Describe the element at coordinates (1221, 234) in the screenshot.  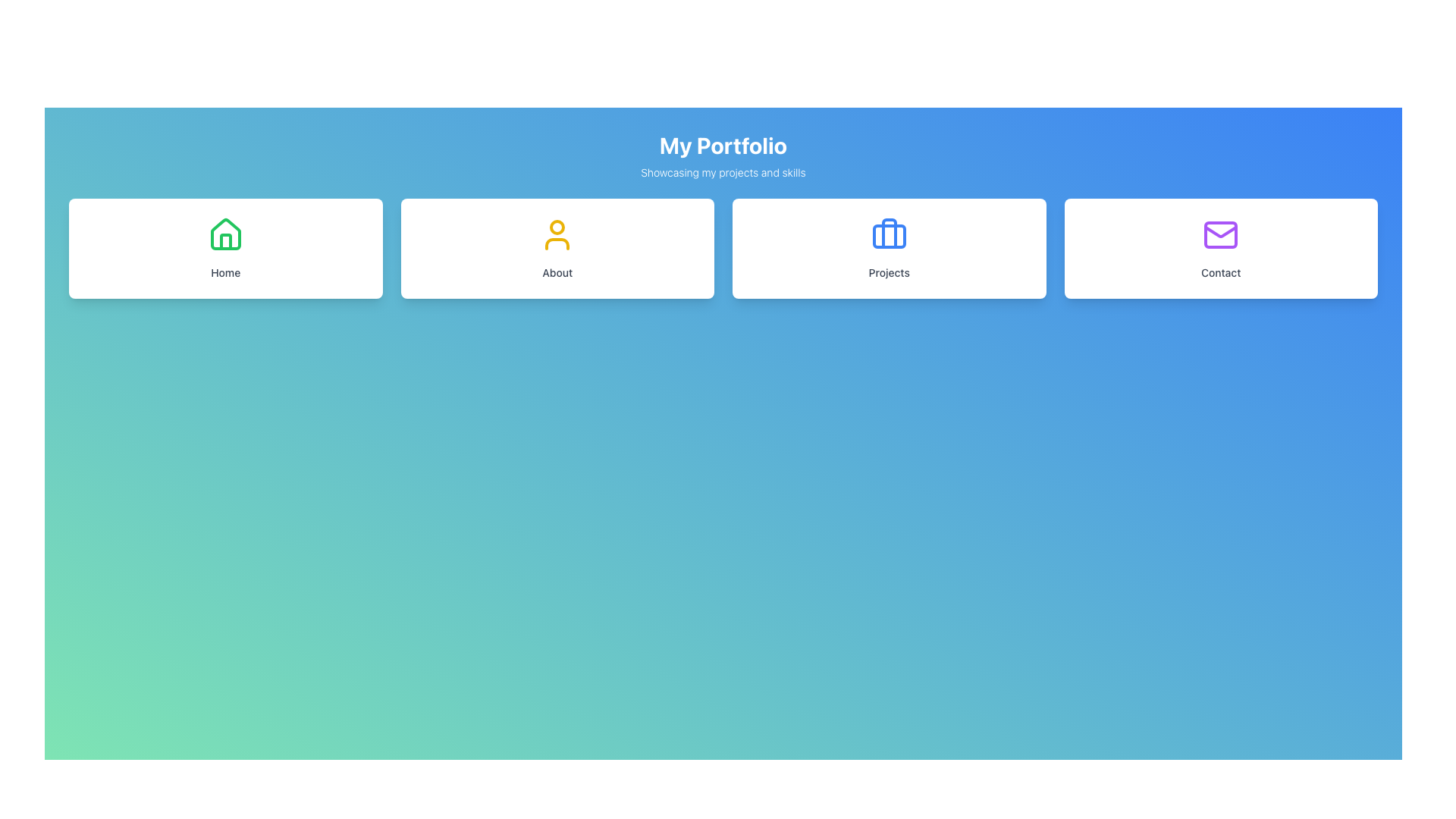
I see `the purple envelope-shaped icon located at the top-center of the 'Contact' card` at that location.